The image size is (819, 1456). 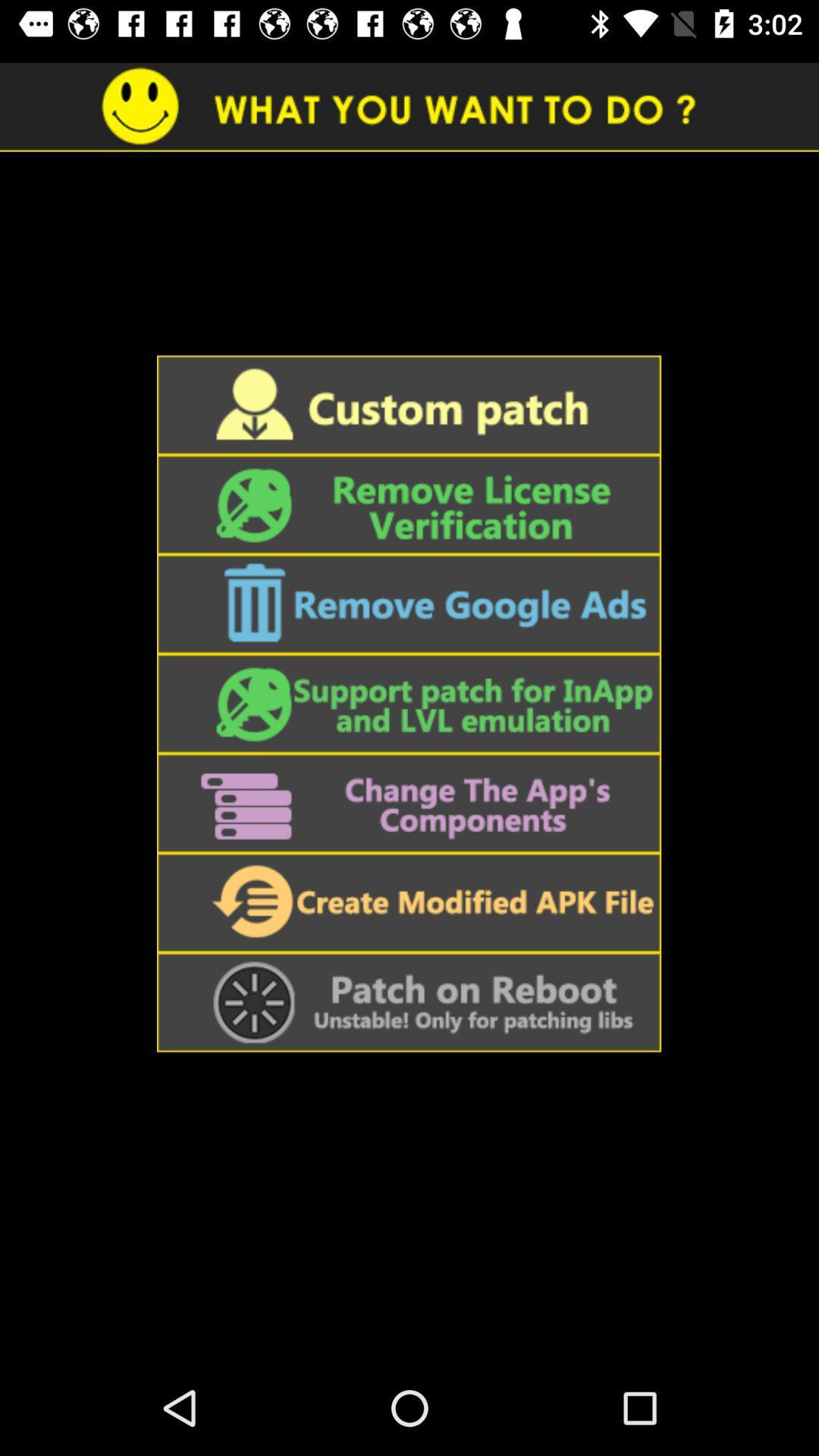 What do you see at coordinates (408, 802) in the screenshot?
I see `change the app 's components` at bounding box center [408, 802].